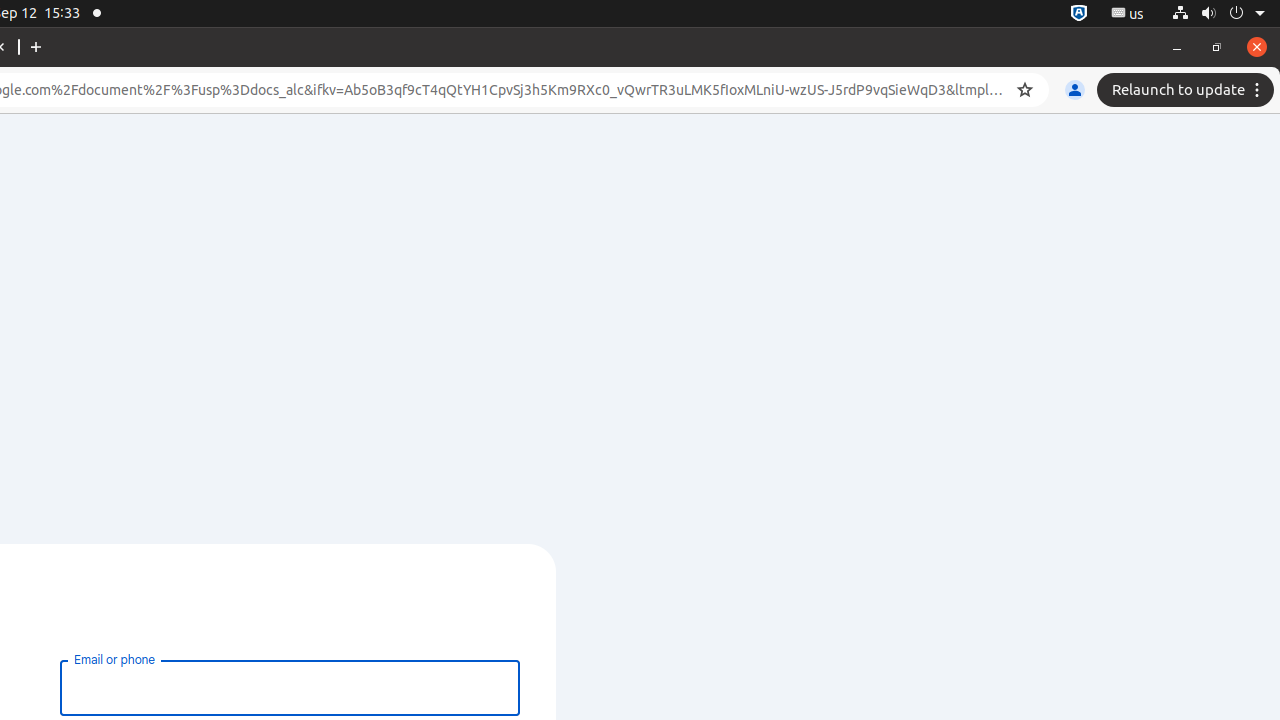 The image size is (1280, 720). Describe the element at coordinates (1188, 90) in the screenshot. I see `'Relaunch to update'` at that location.